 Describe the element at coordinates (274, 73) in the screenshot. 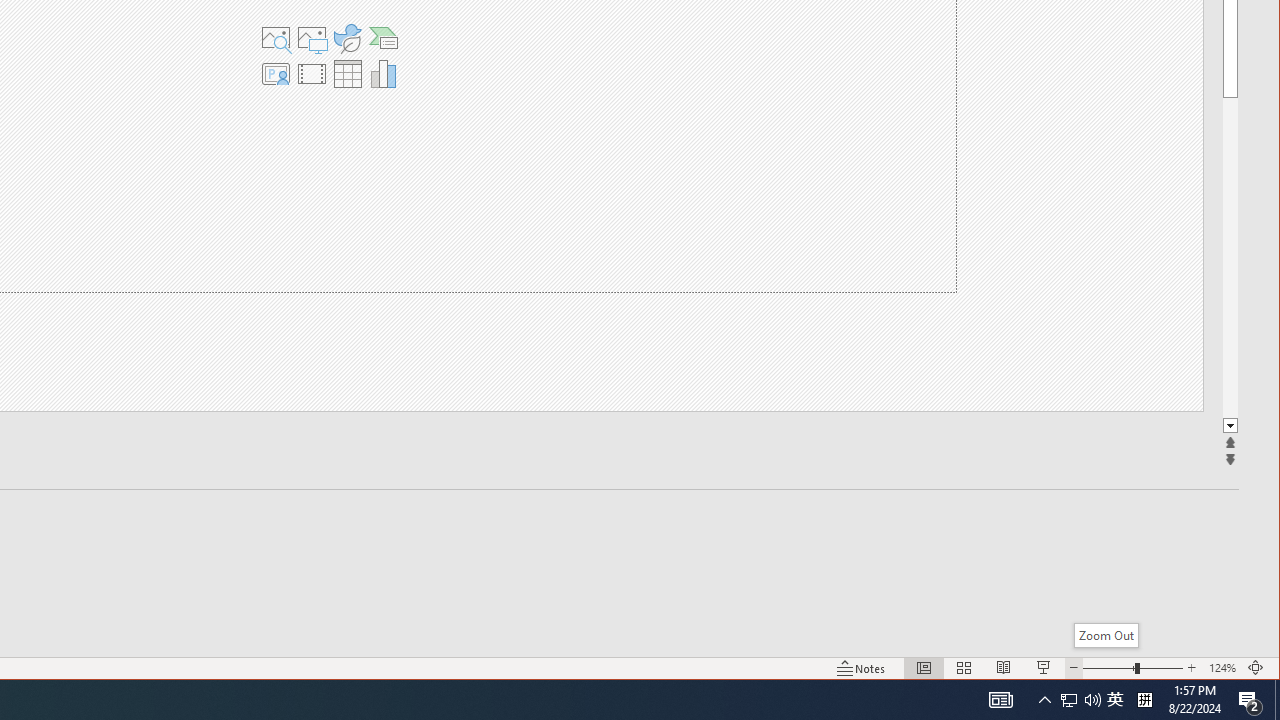

I see `'Insert Cameo'` at that location.